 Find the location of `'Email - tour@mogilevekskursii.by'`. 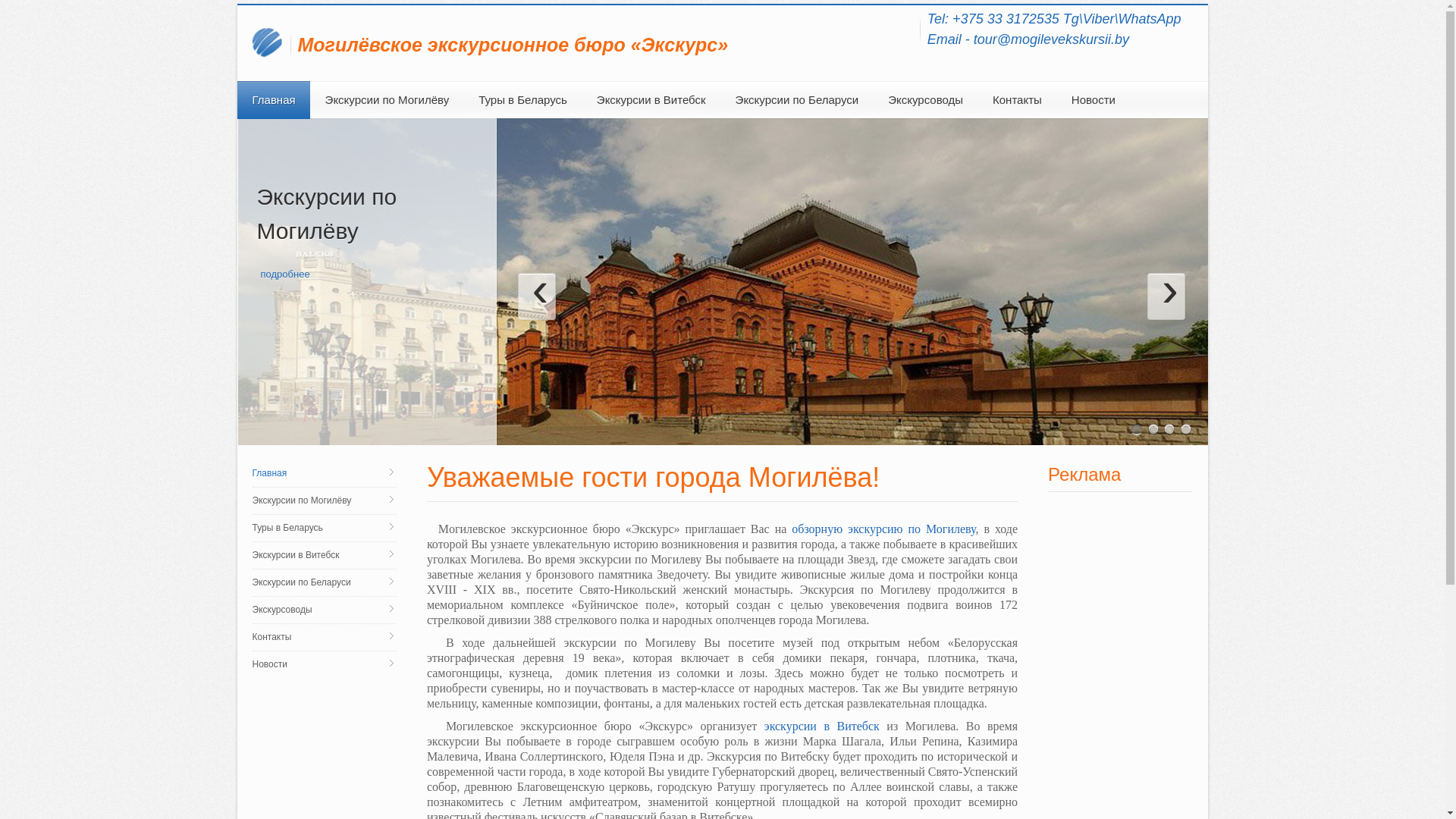

'Email - tour@mogilevekskursii.by' is located at coordinates (1028, 38).